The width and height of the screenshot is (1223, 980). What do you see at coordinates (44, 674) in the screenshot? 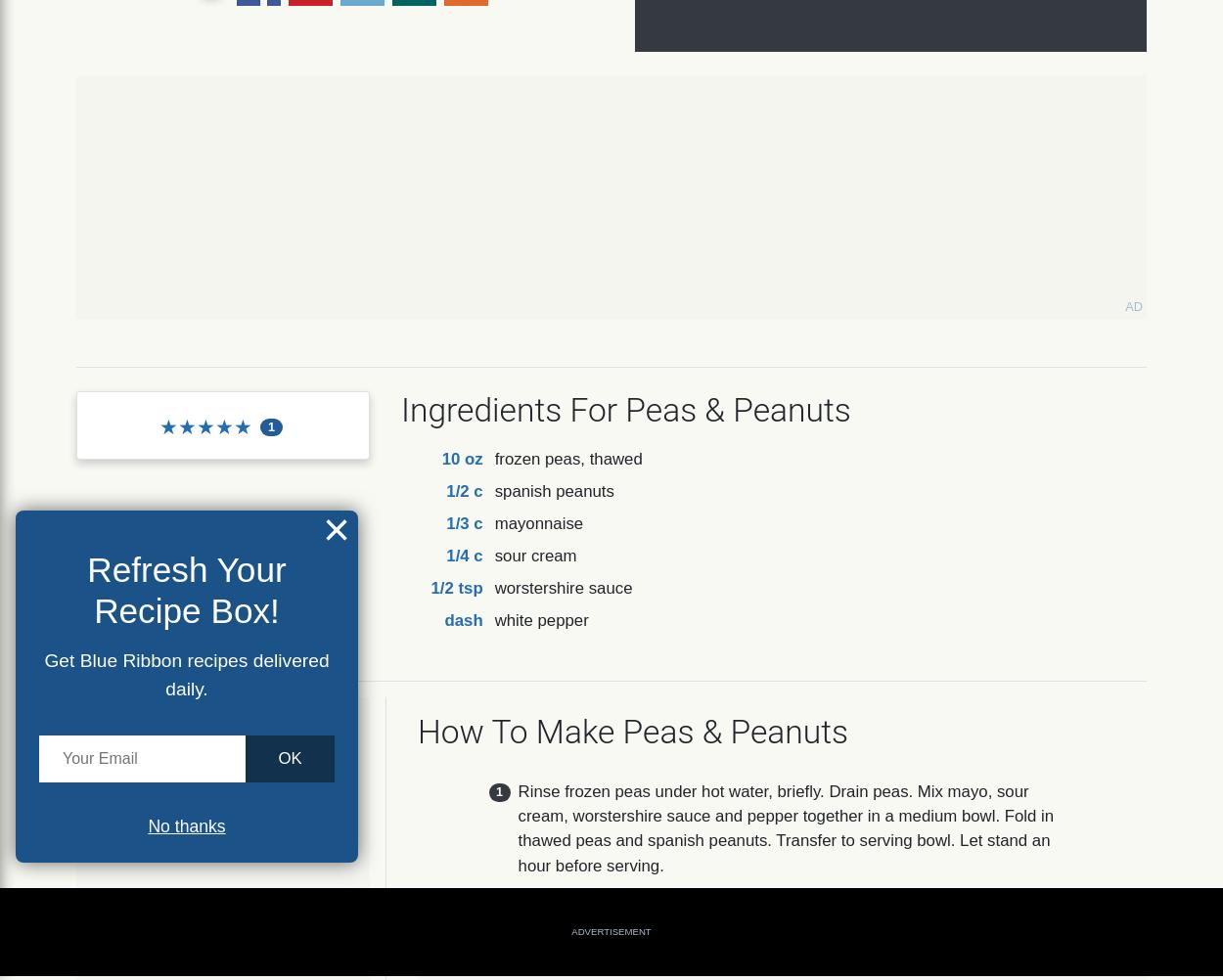
I see `'Get Blue Ribbon recipes delivered daily.'` at bounding box center [44, 674].